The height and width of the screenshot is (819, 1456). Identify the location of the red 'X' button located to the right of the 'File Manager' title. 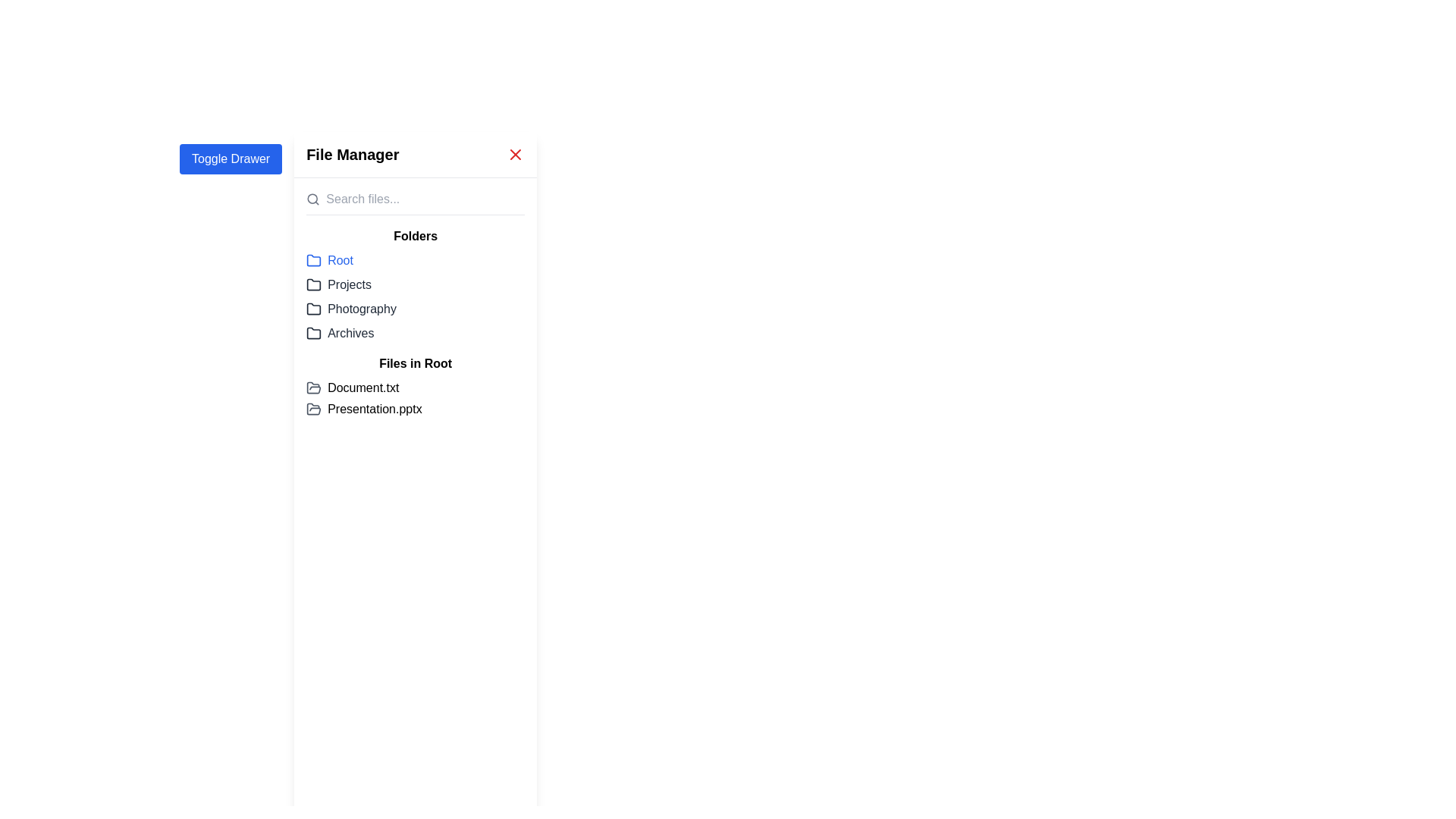
(516, 155).